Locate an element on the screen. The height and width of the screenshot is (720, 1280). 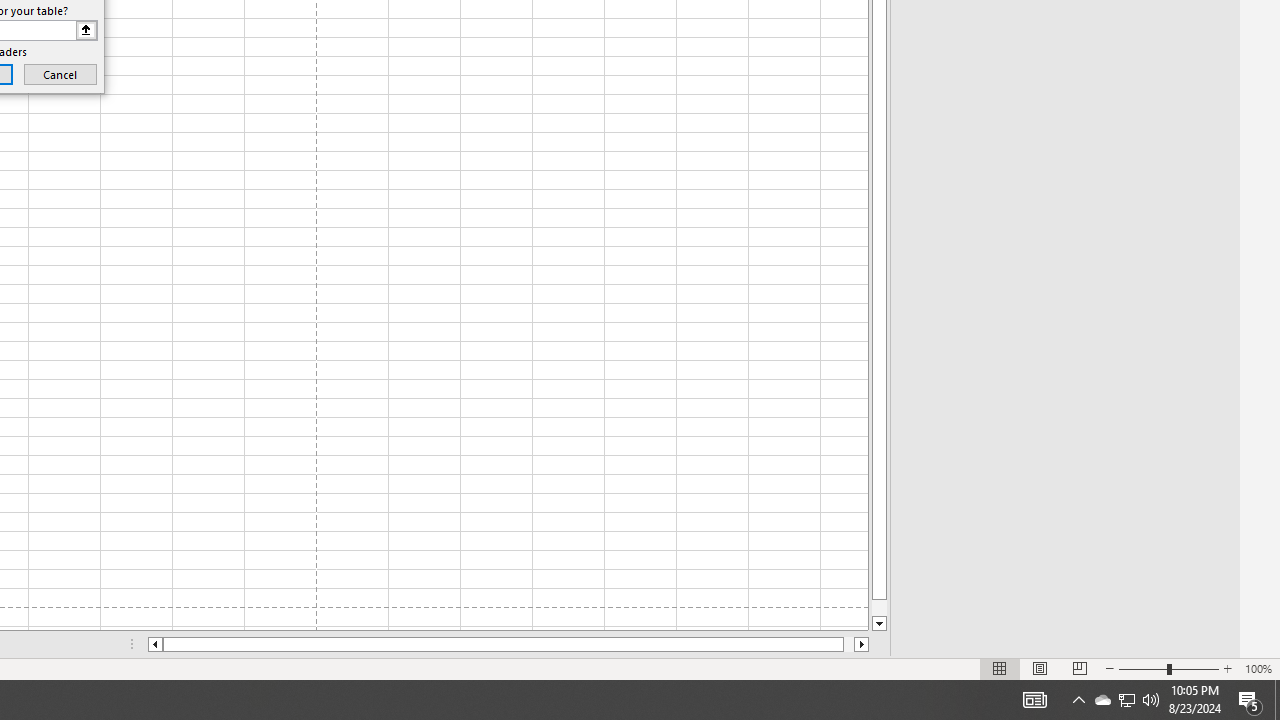
'Page down' is located at coordinates (879, 607).